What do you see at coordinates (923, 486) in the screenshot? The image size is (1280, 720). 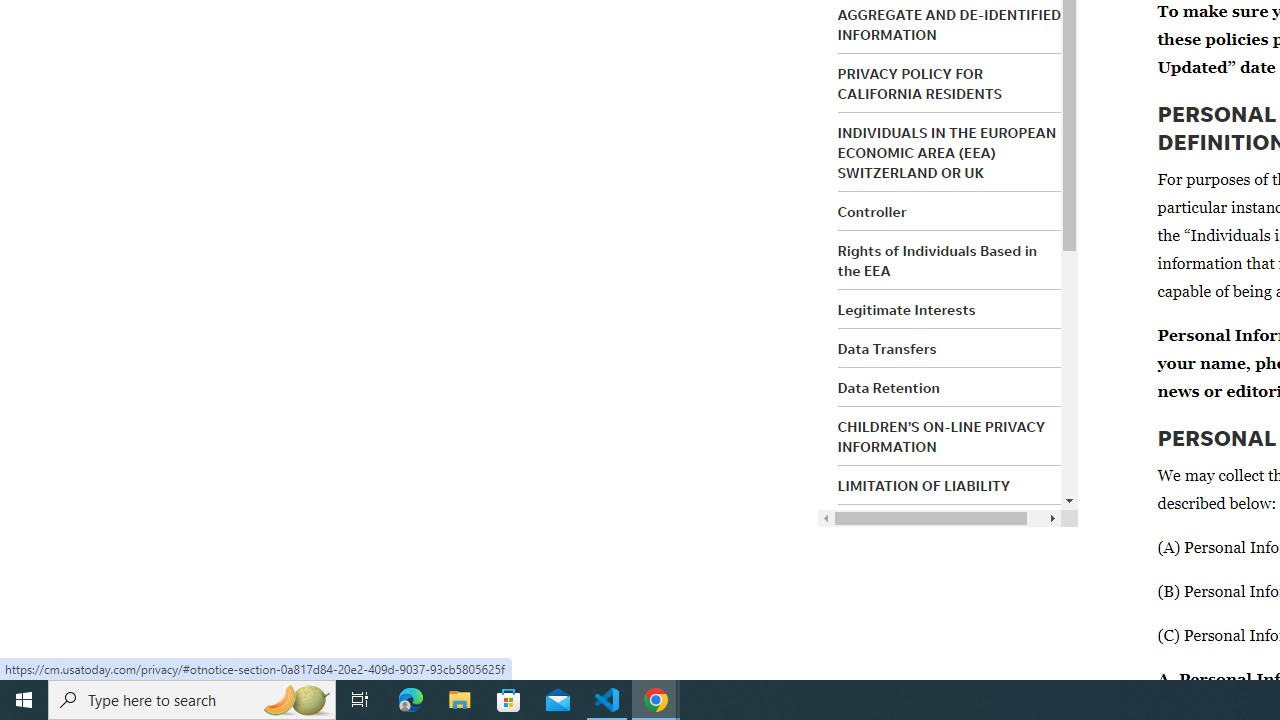 I see `'LIMITATION OF LIABILITY'` at bounding box center [923, 486].